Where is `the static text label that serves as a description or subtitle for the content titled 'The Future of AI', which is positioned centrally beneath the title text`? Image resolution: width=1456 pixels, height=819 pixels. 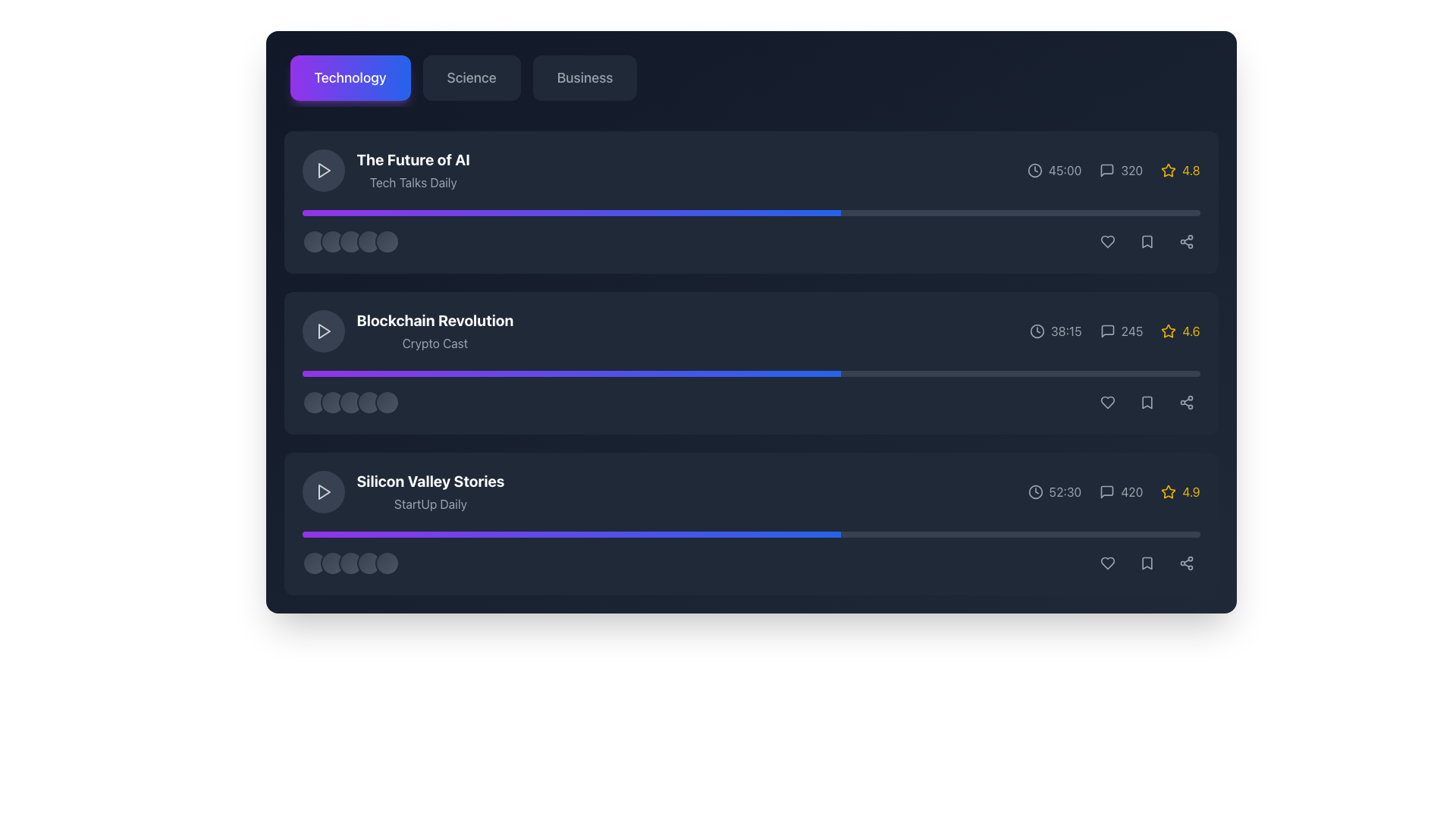 the static text label that serves as a description or subtitle for the content titled 'The Future of AI', which is positioned centrally beneath the title text is located at coordinates (413, 181).